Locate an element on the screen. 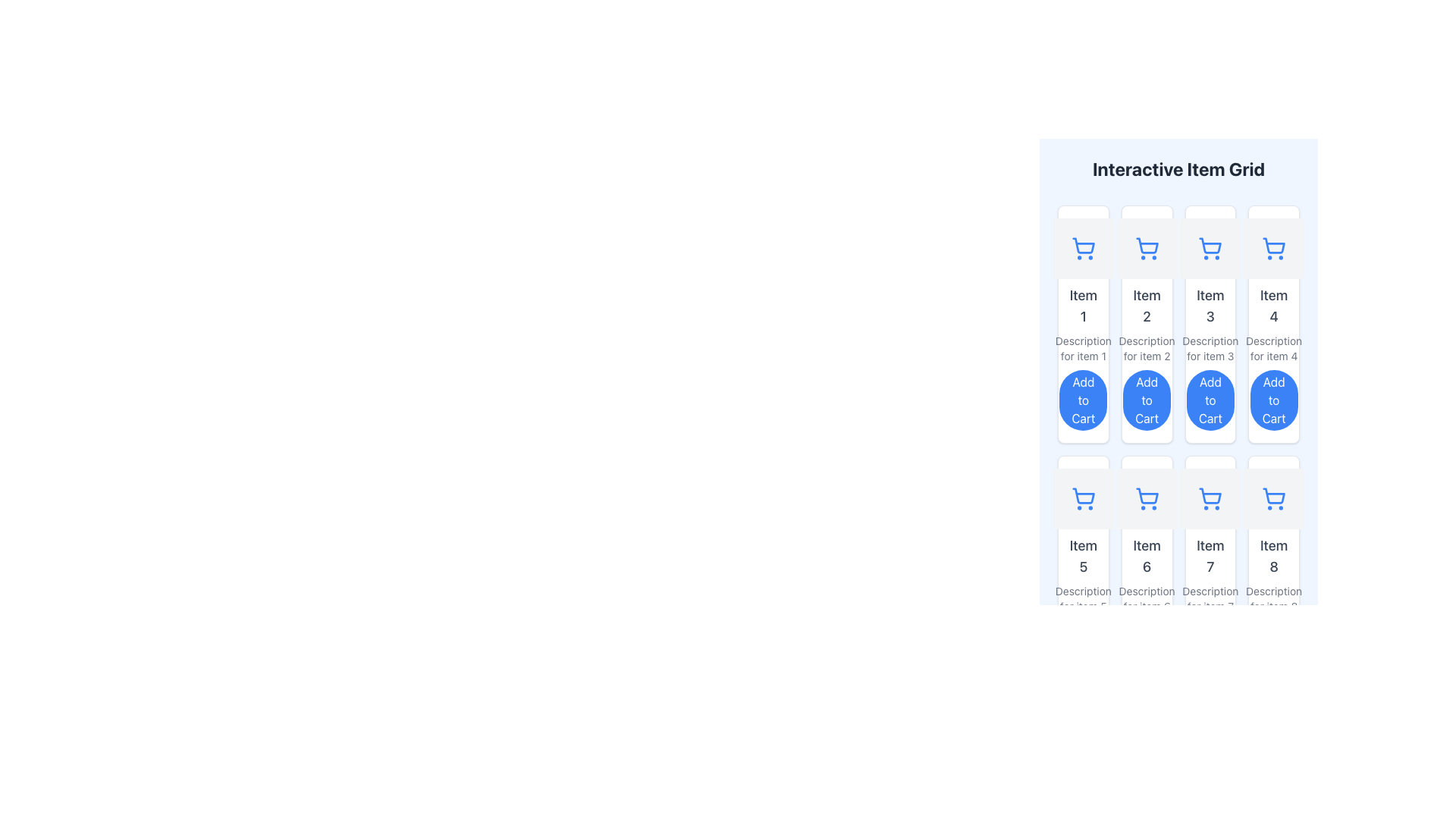 This screenshot has height=819, width=1456. the title text of the second item in the grid-based catalog, located in the top row of the layout is located at coordinates (1147, 306).